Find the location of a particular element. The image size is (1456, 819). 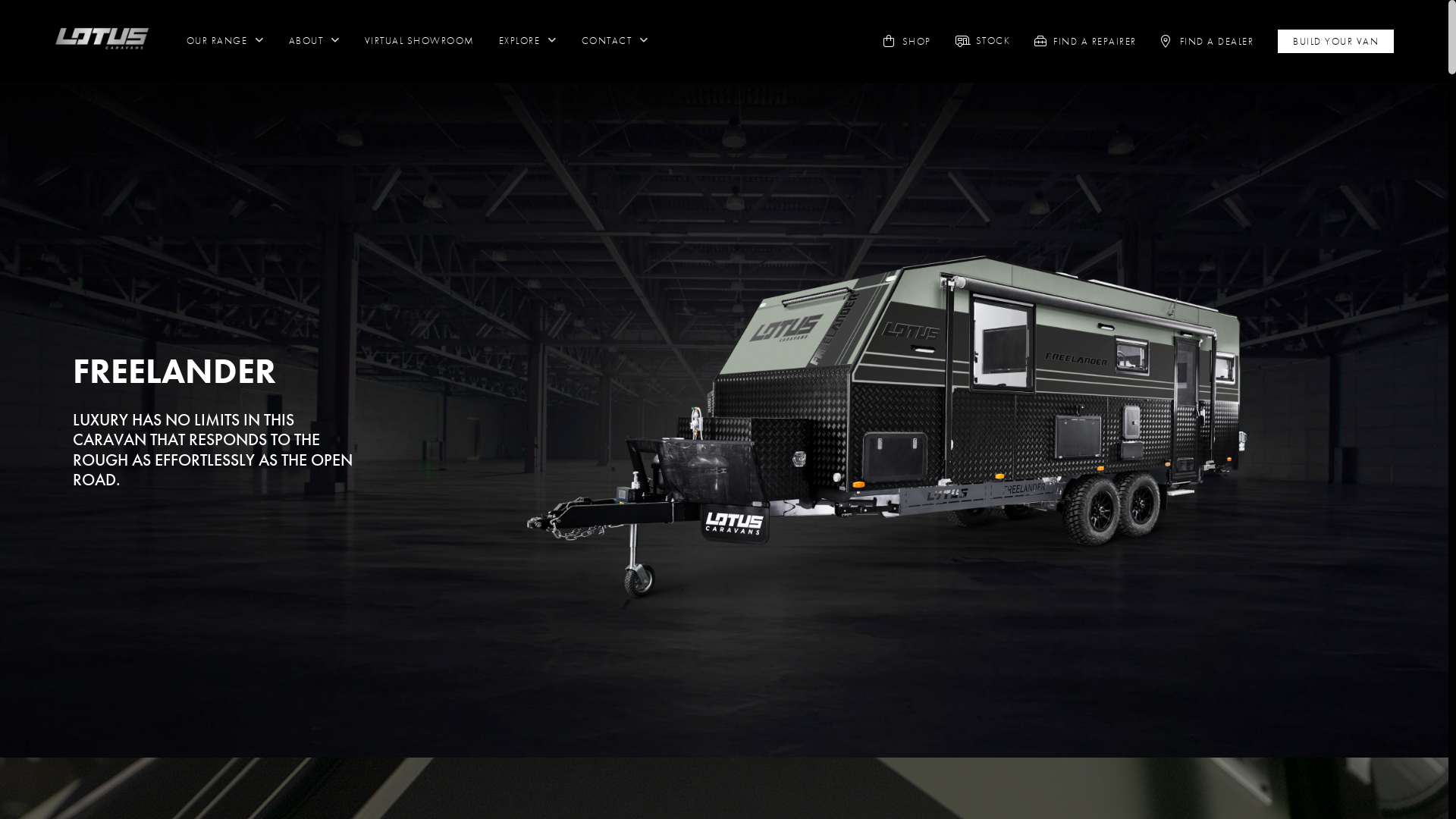

'VIRTUAL SHOWROOM' is located at coordinates (364, 40).